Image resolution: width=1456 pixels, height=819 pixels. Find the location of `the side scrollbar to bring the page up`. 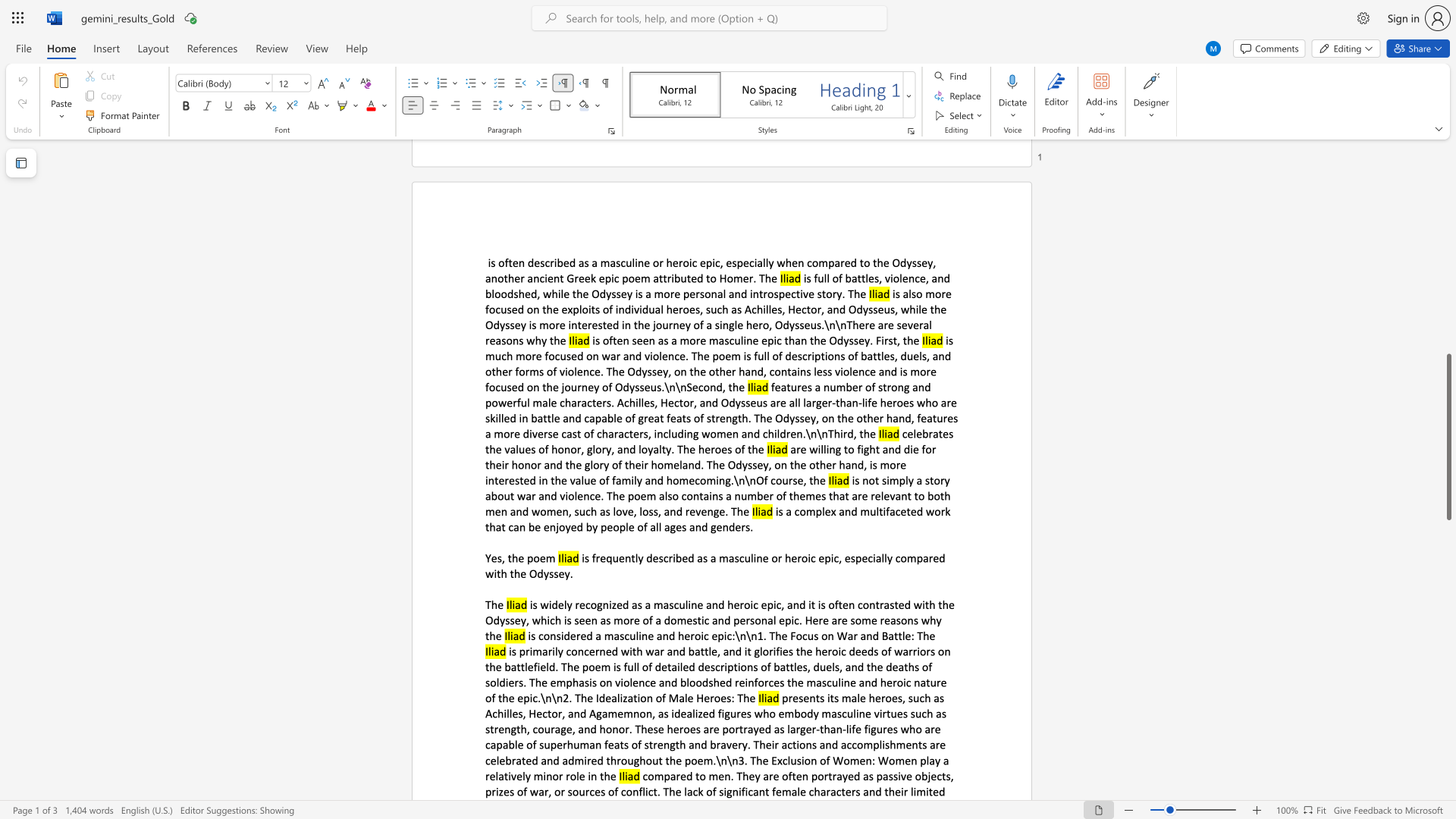

the side scrollbar to bring the page up is located at coordinates (1448, 256).